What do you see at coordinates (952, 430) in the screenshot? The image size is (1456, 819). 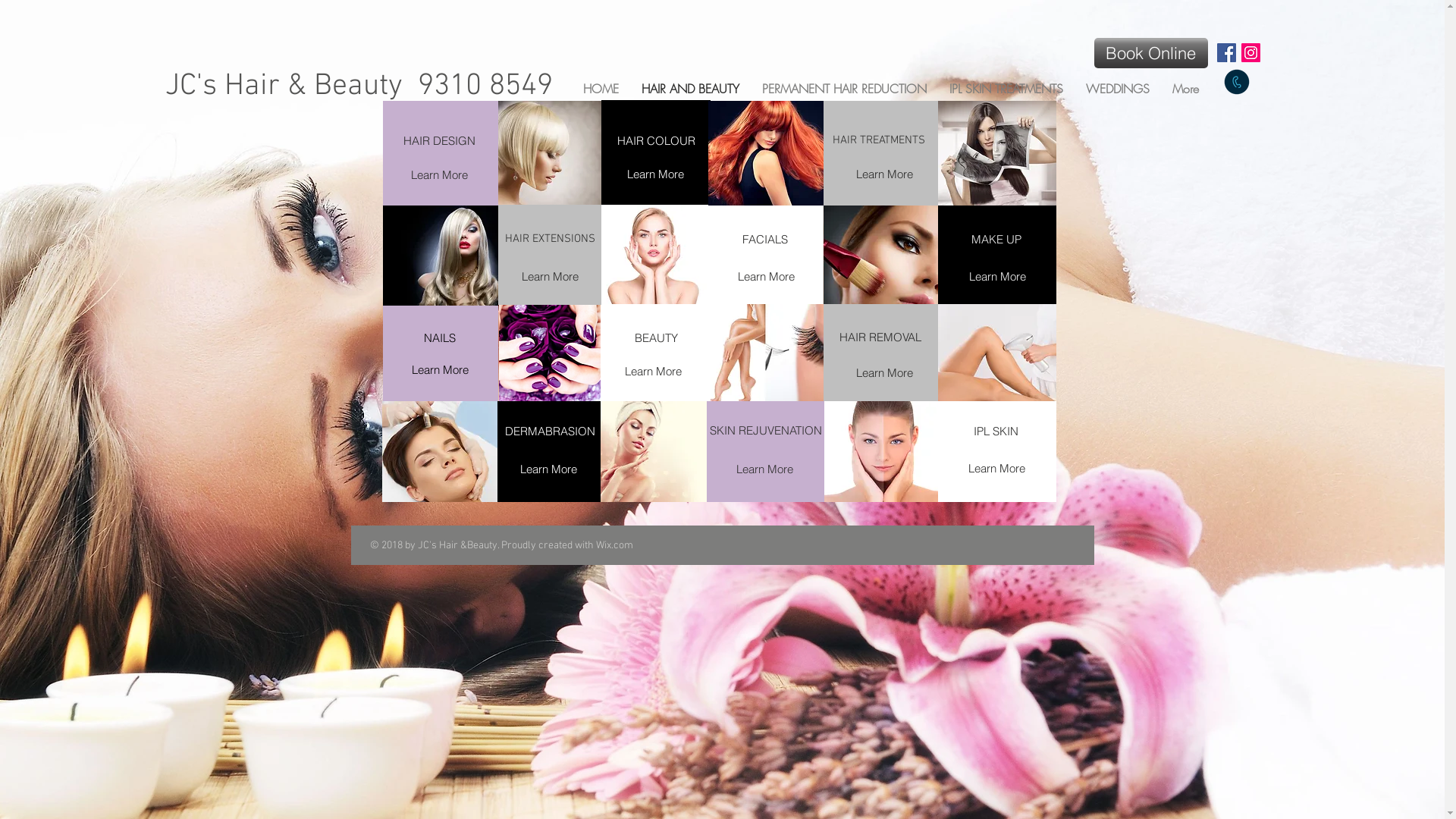 I see `'IPL SKIN'` at bounding box center [952, 430].